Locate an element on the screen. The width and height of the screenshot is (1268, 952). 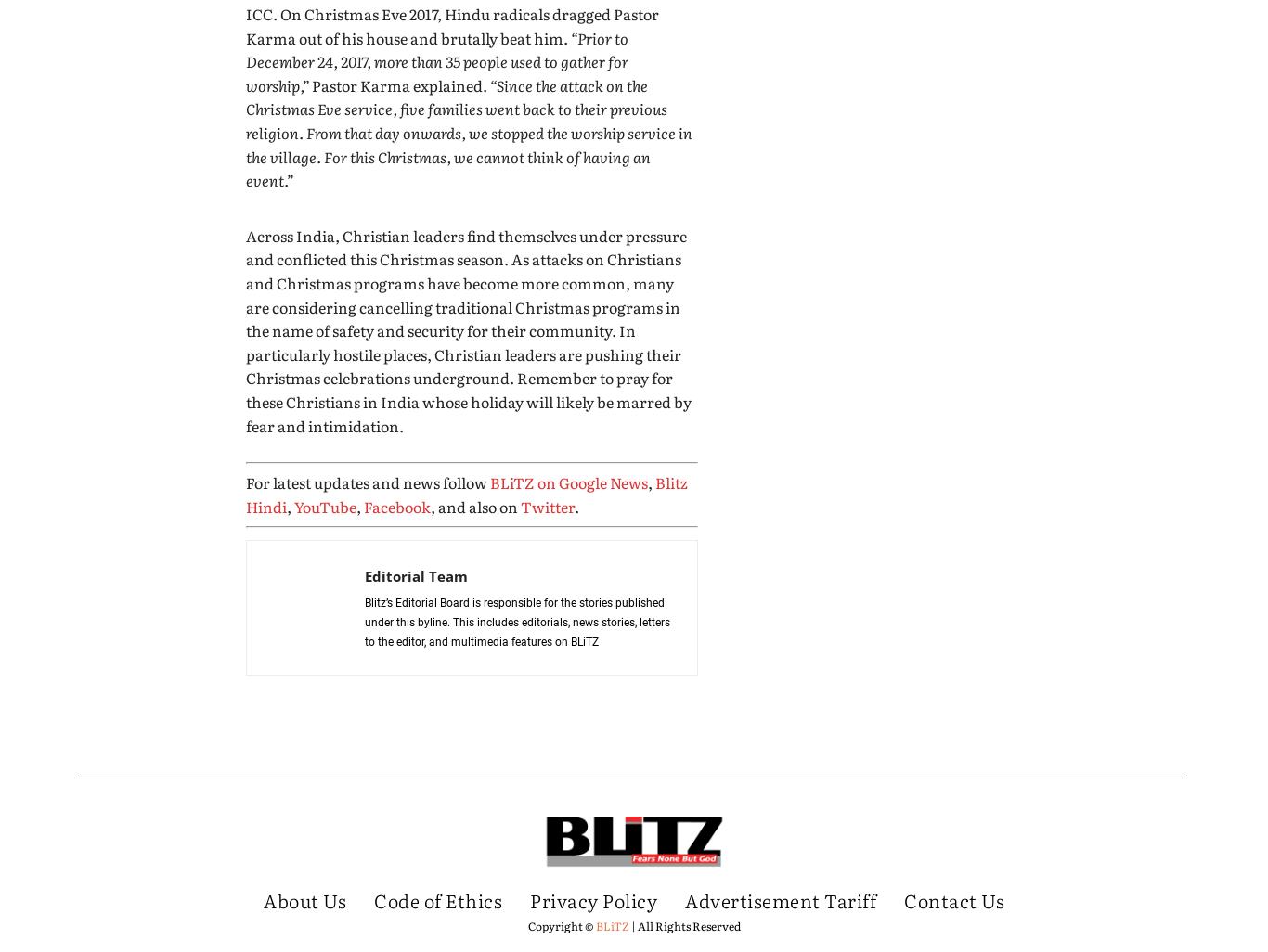
'Pastor Karma explained.' is located at coordinates (398, 84).